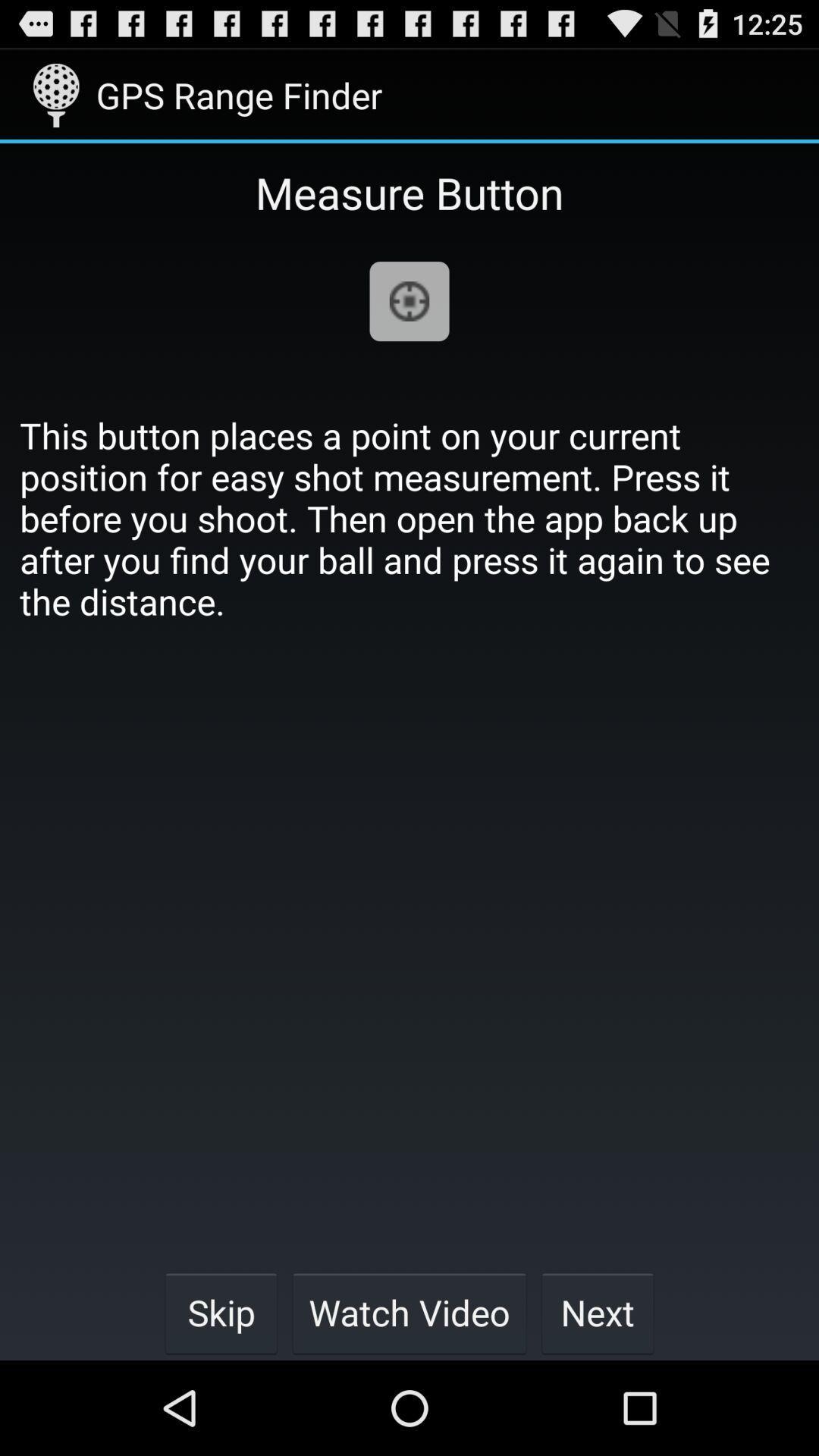 The image size is (819, 1456). What do you see at coordinates (597, 1312) in the screenshot?
I see `icon next to watch video icon` at bounding box center [597, 1312].